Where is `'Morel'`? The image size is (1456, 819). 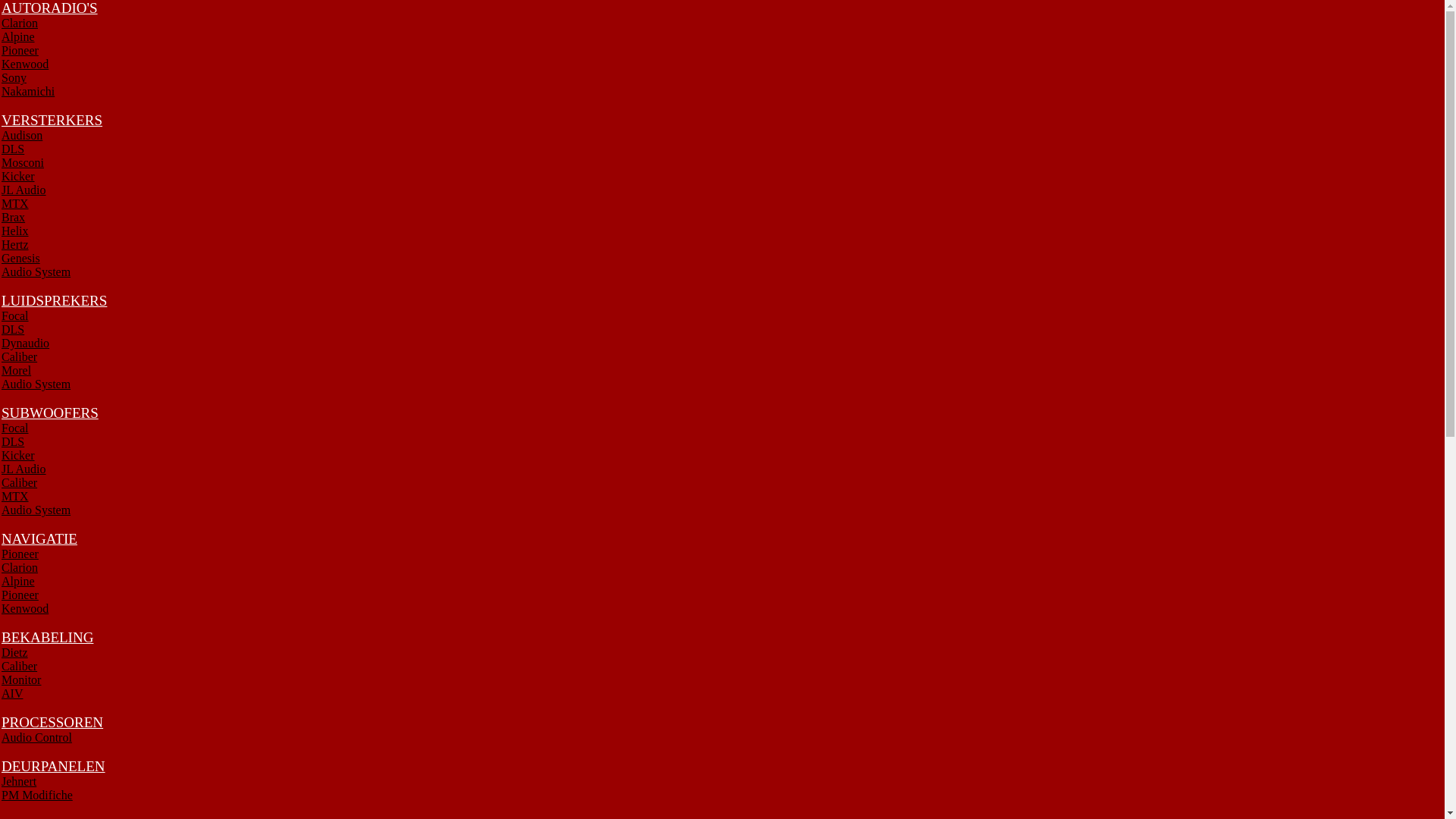 'Morel' is located at coordinates (16, 370).